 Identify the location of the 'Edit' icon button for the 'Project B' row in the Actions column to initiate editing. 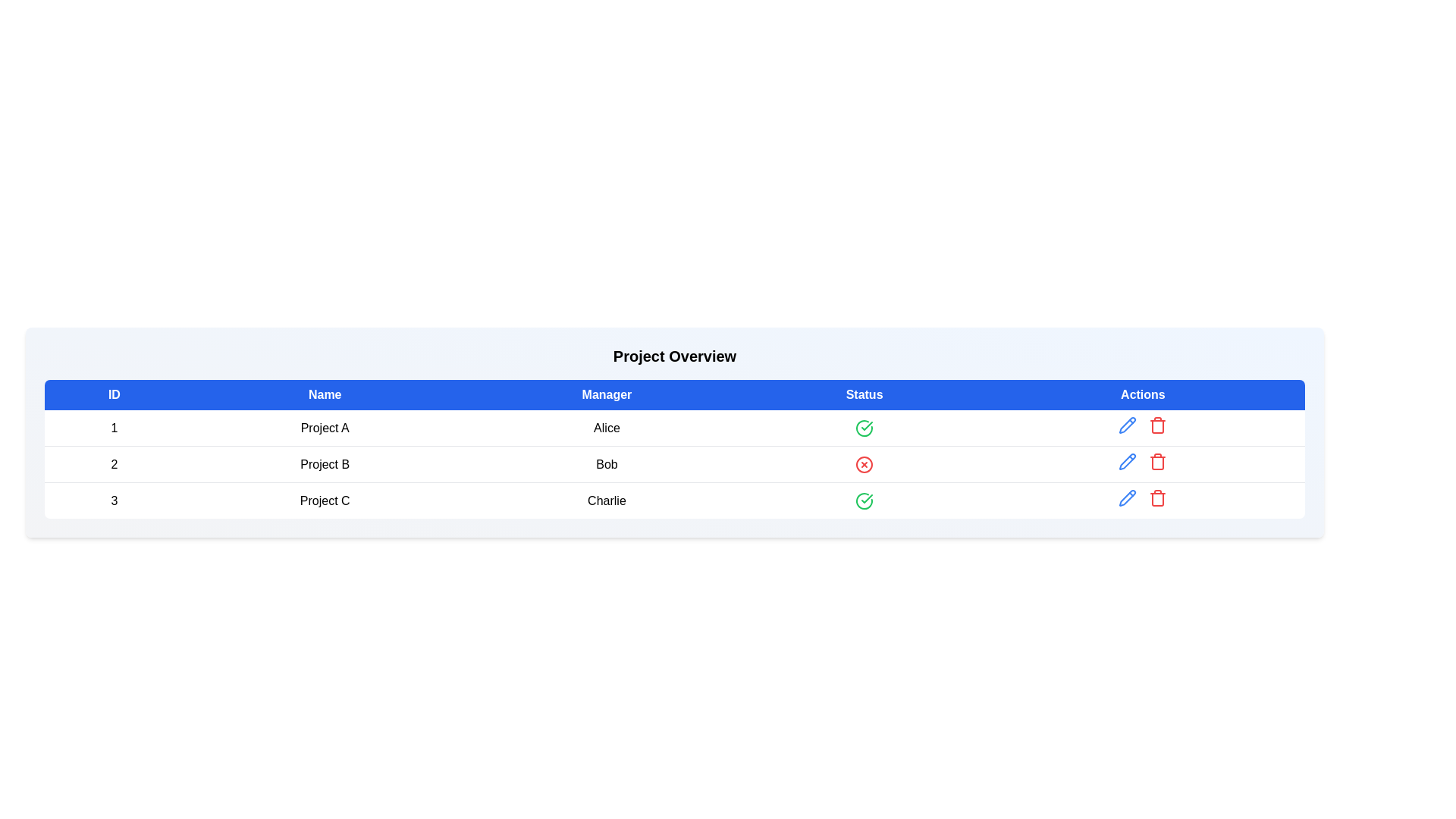
(1128, 425).